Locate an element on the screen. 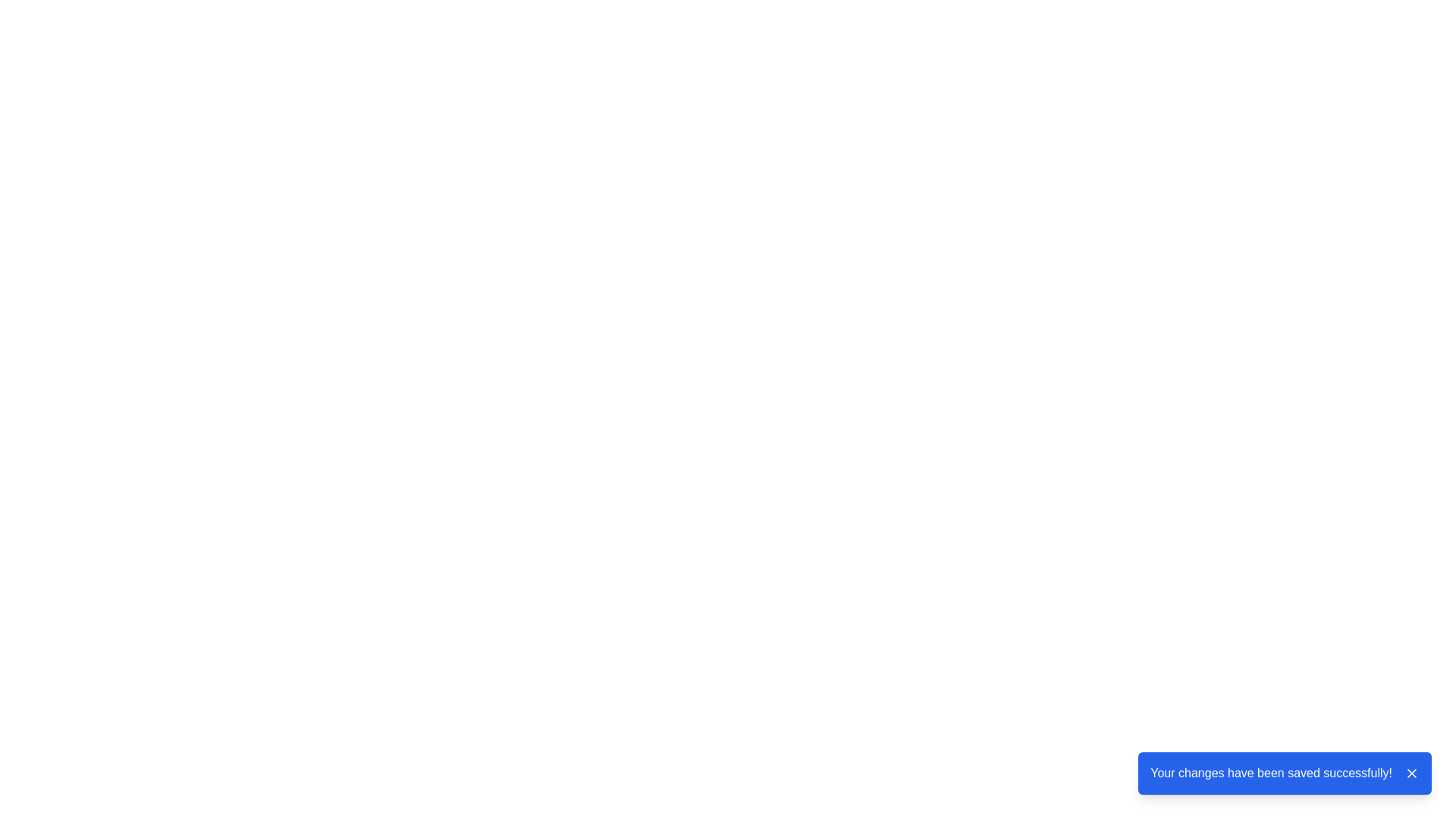  the message on the static notification banner that reads 'Your changes have been saved successfully!' located at the bottom right corner of the interface is located at coordinates (1284, 773).